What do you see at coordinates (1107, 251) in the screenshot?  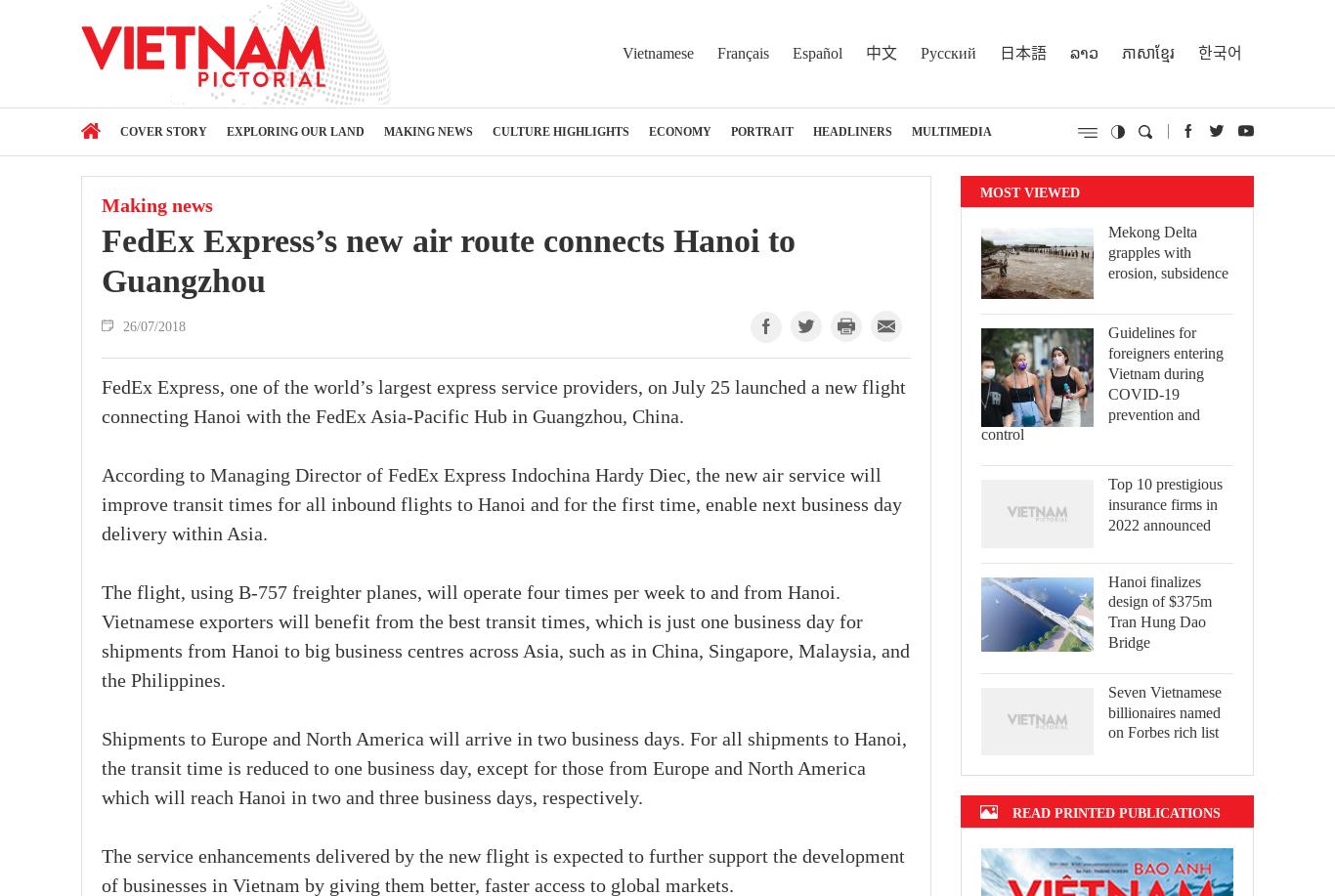 I see `'Mekong Delta grapples with erosion, subsidence'` at bounding box center [1107, 251].